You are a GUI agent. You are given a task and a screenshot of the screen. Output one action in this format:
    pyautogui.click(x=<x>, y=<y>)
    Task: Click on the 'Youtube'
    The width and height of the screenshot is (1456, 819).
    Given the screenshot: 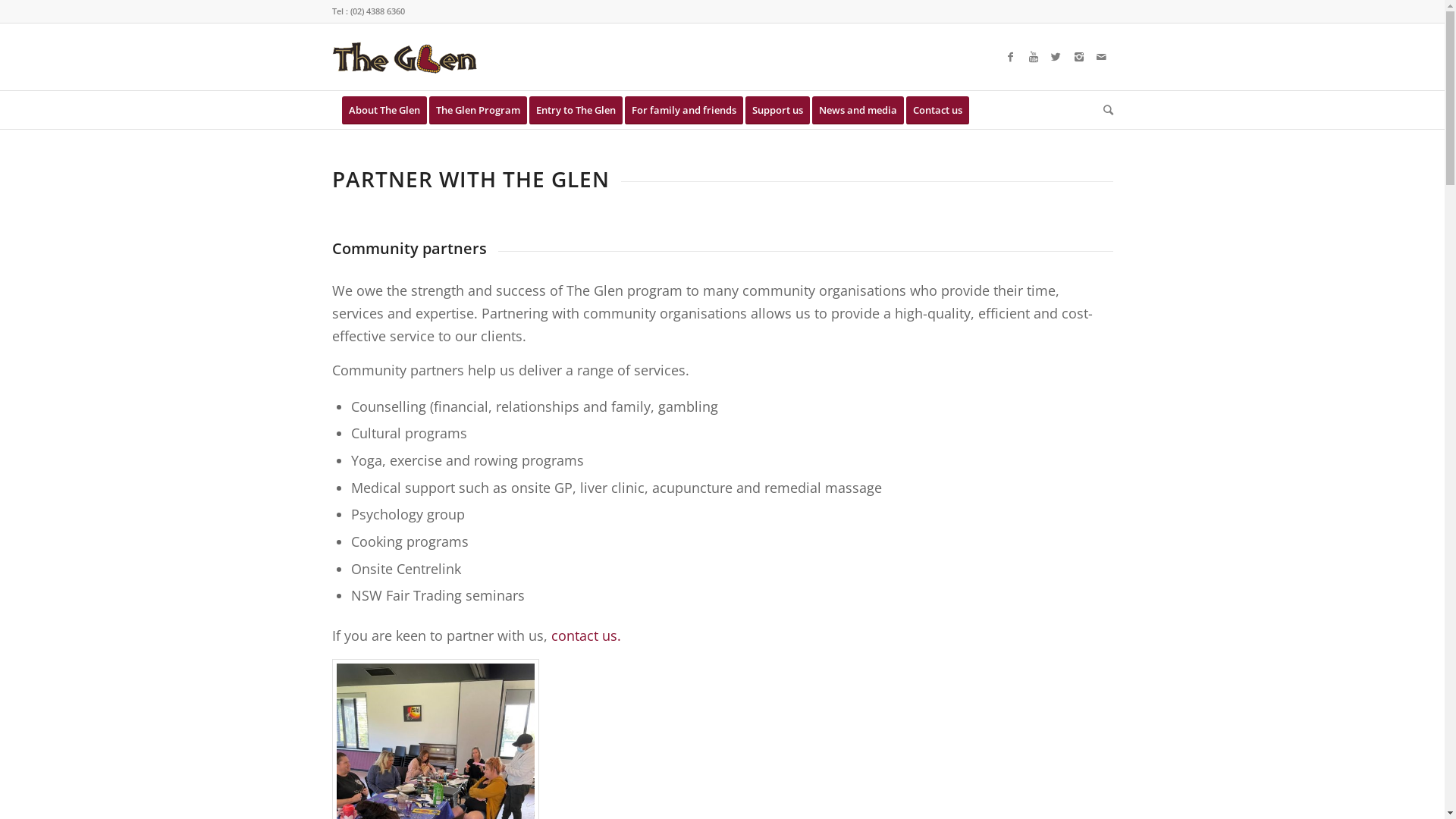 What is the action you would take?
    pyautogui.click(x=1022, y=55)
    